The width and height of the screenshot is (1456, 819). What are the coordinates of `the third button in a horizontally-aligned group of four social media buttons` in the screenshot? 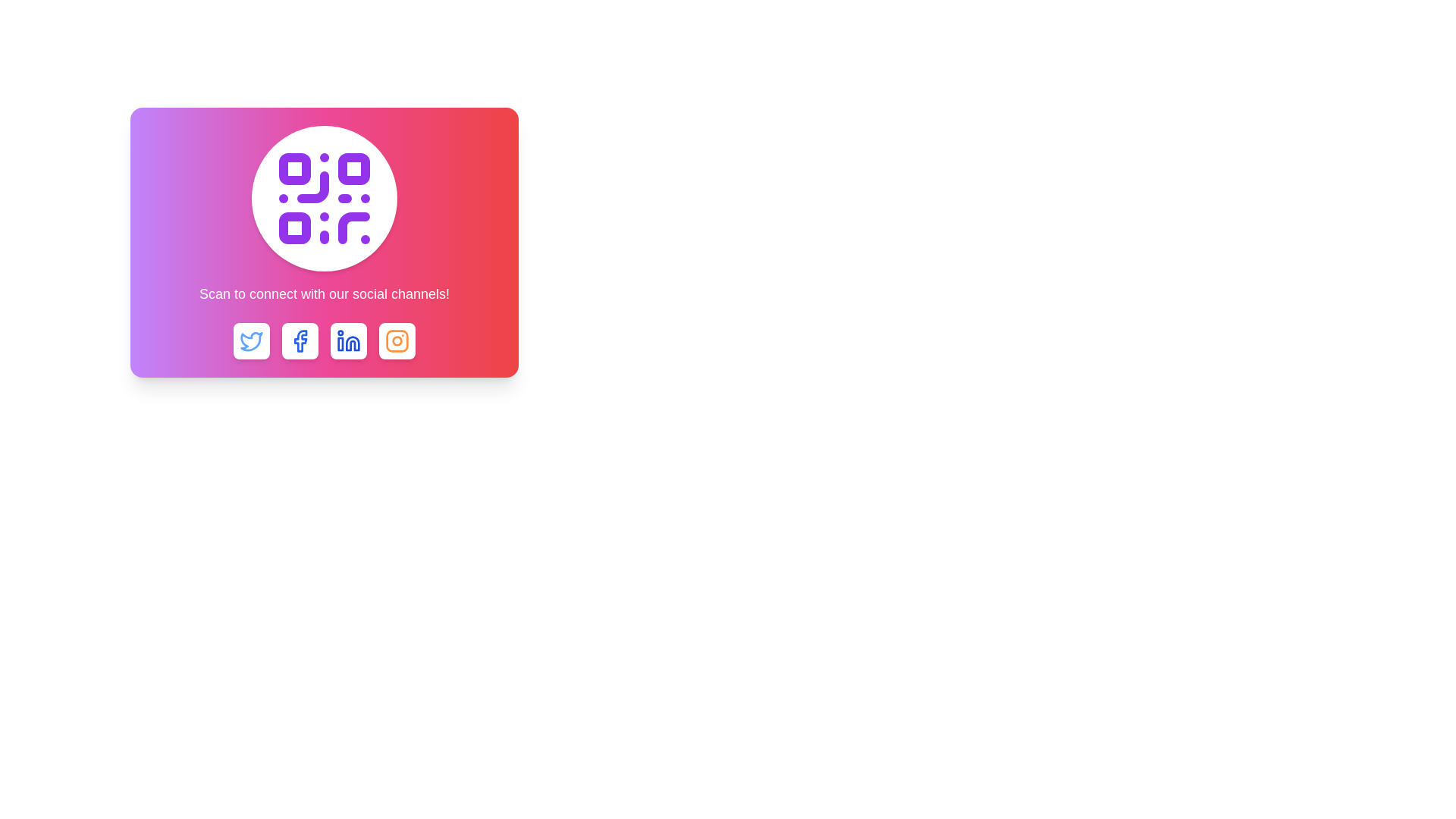 It's located at (323, 341).